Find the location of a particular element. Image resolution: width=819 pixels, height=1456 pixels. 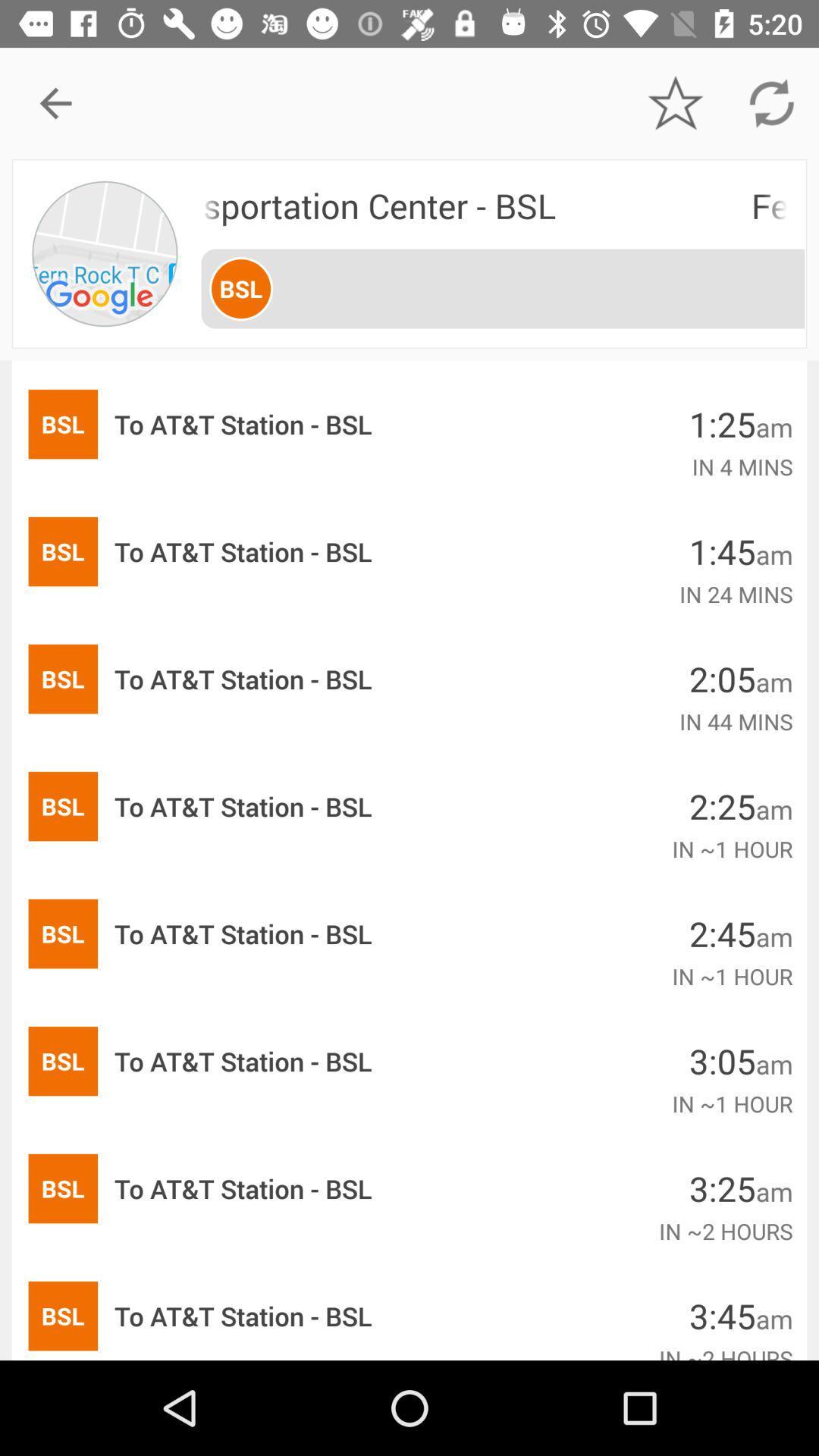

the item next to the fern rock transportation item is located at coordinates (104, 253).